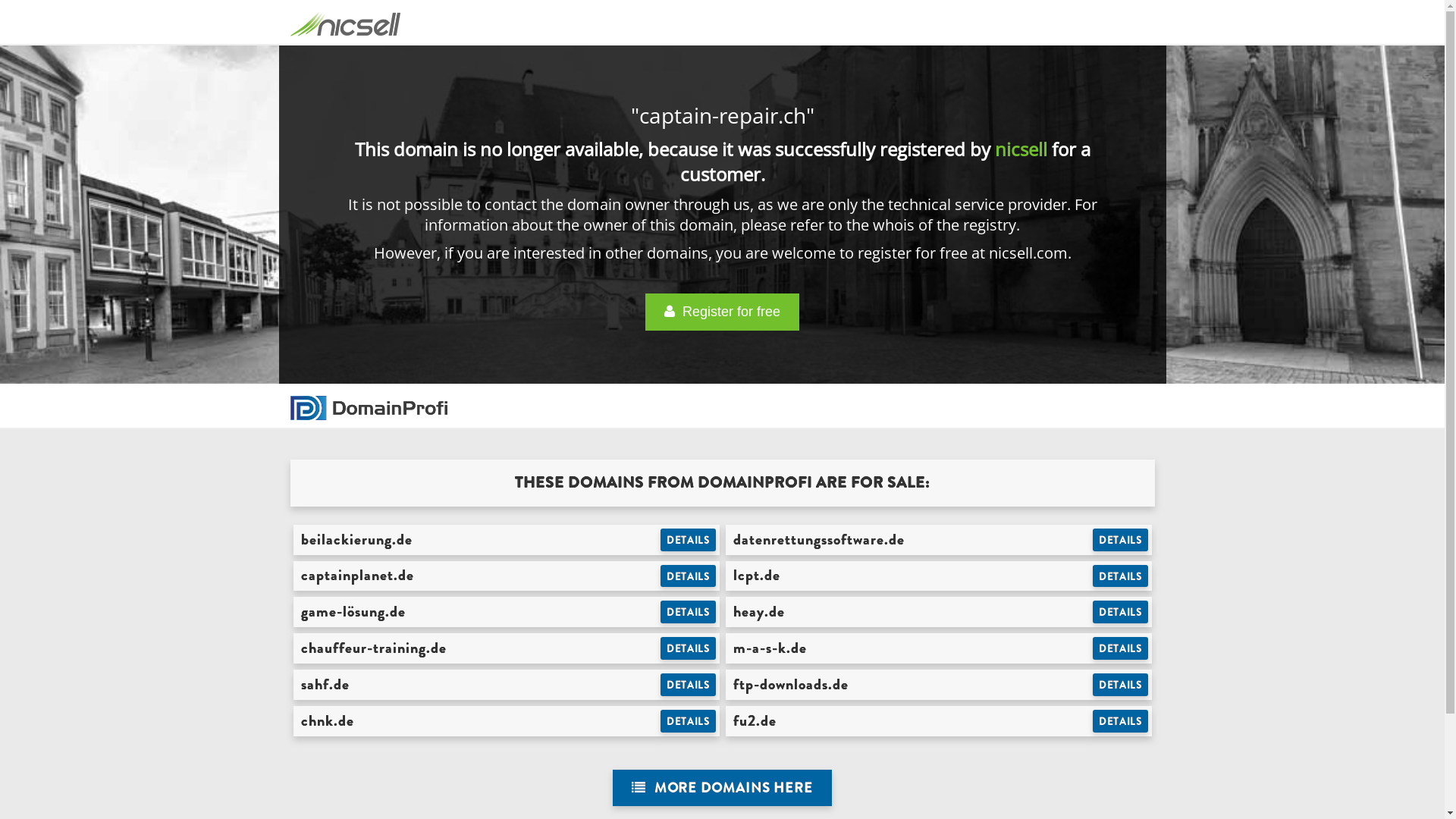 The image size is (1456, 819). Describe the element at coordinates (687, 539) in the screenshot. I see `'DETAILS'` at that location.